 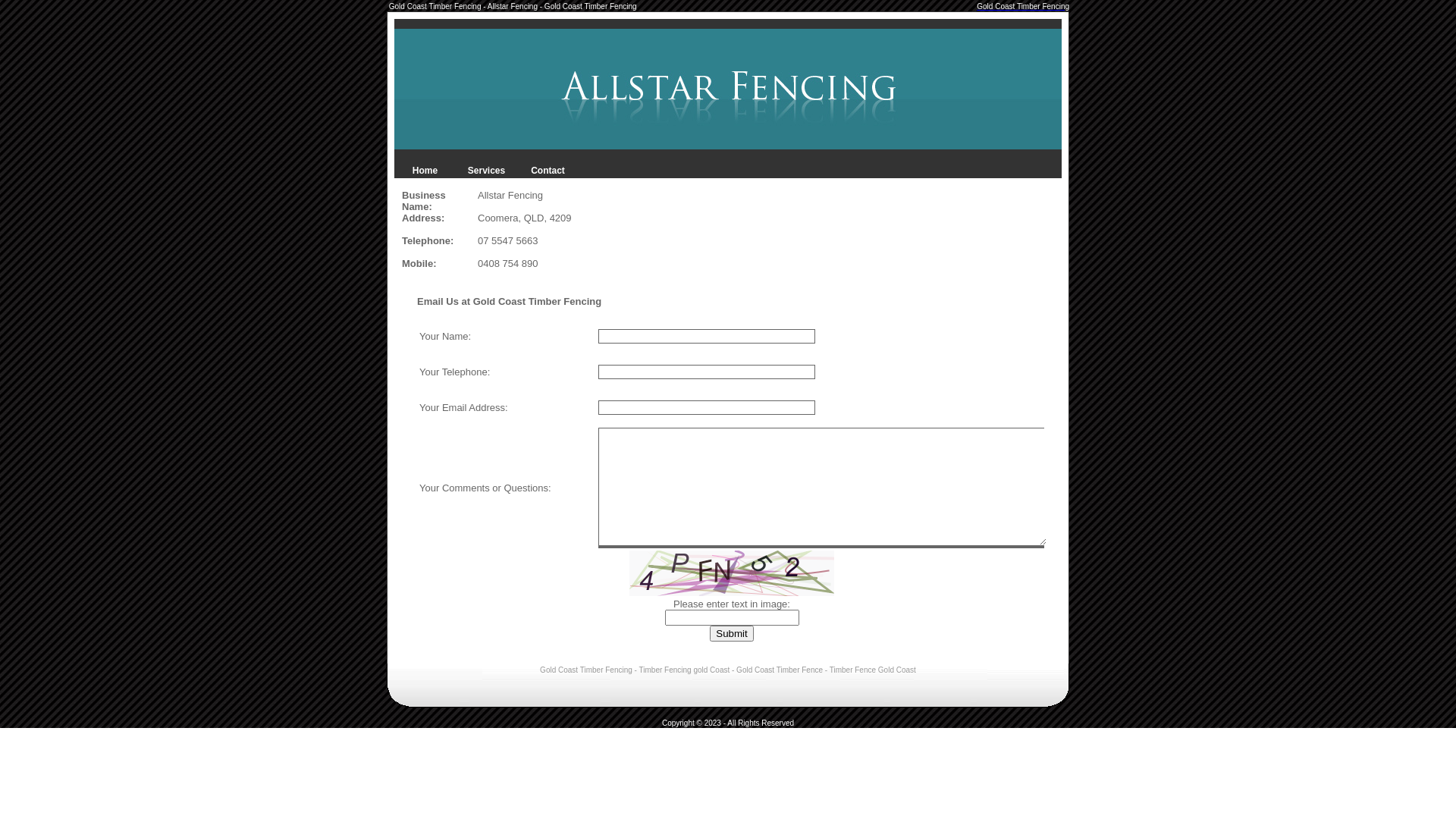 I want to click on 'Home', so click(x=425, y=170).